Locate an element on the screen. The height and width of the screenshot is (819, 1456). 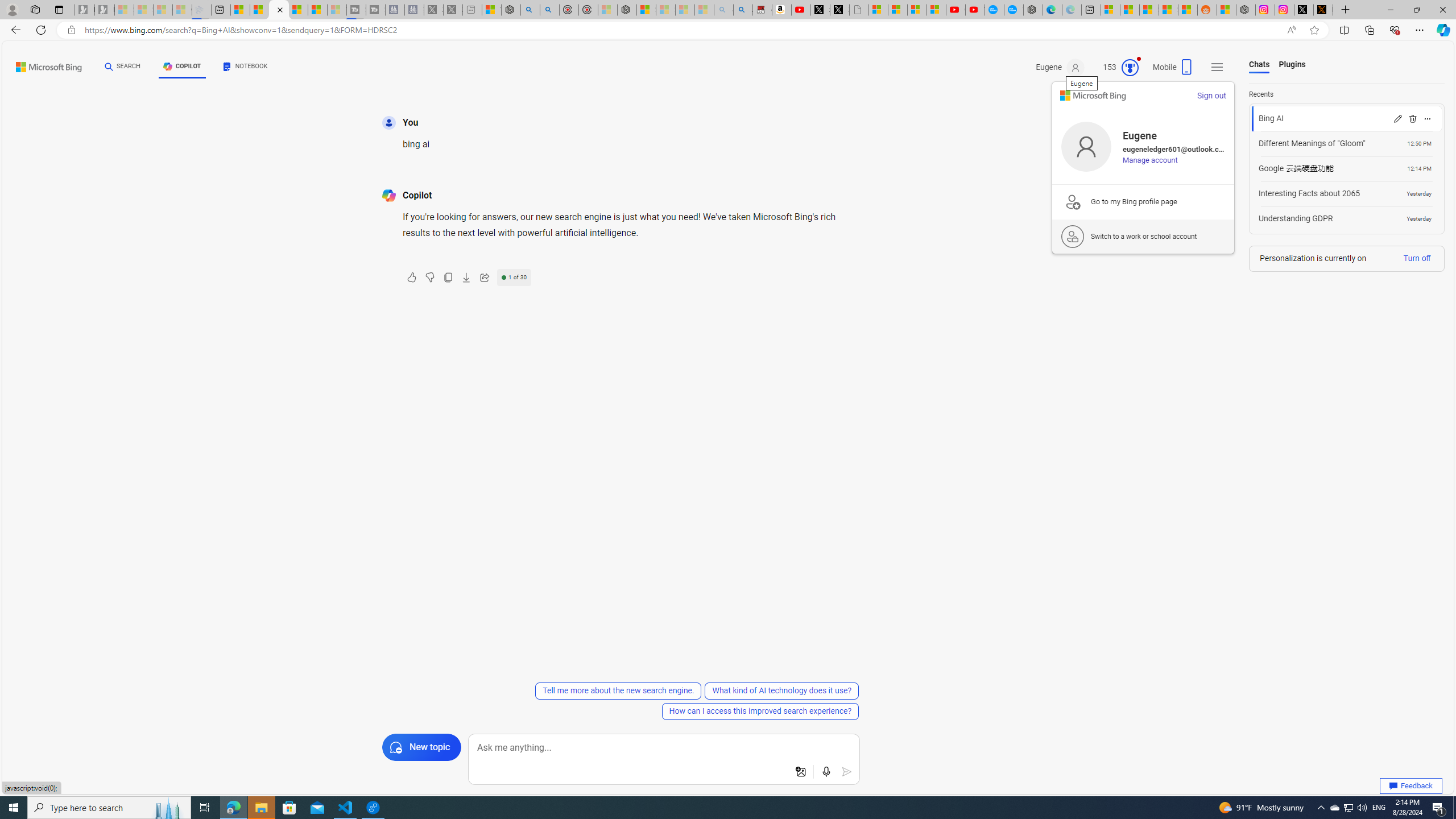
'poe ++ standard - Search' is located at coordinates (549, 9).